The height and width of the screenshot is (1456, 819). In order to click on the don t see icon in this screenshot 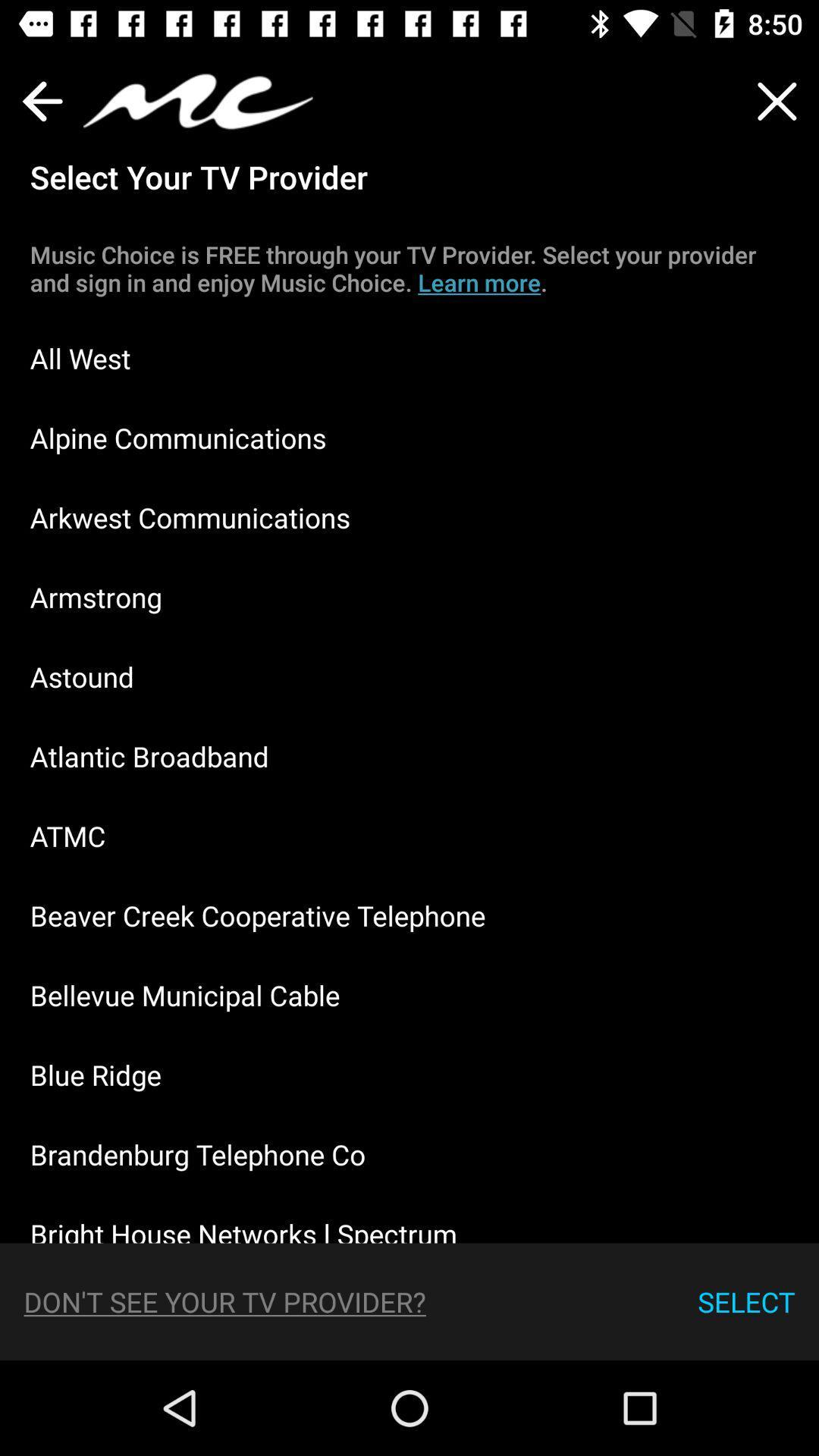, I will do `click(224, 1301)`.